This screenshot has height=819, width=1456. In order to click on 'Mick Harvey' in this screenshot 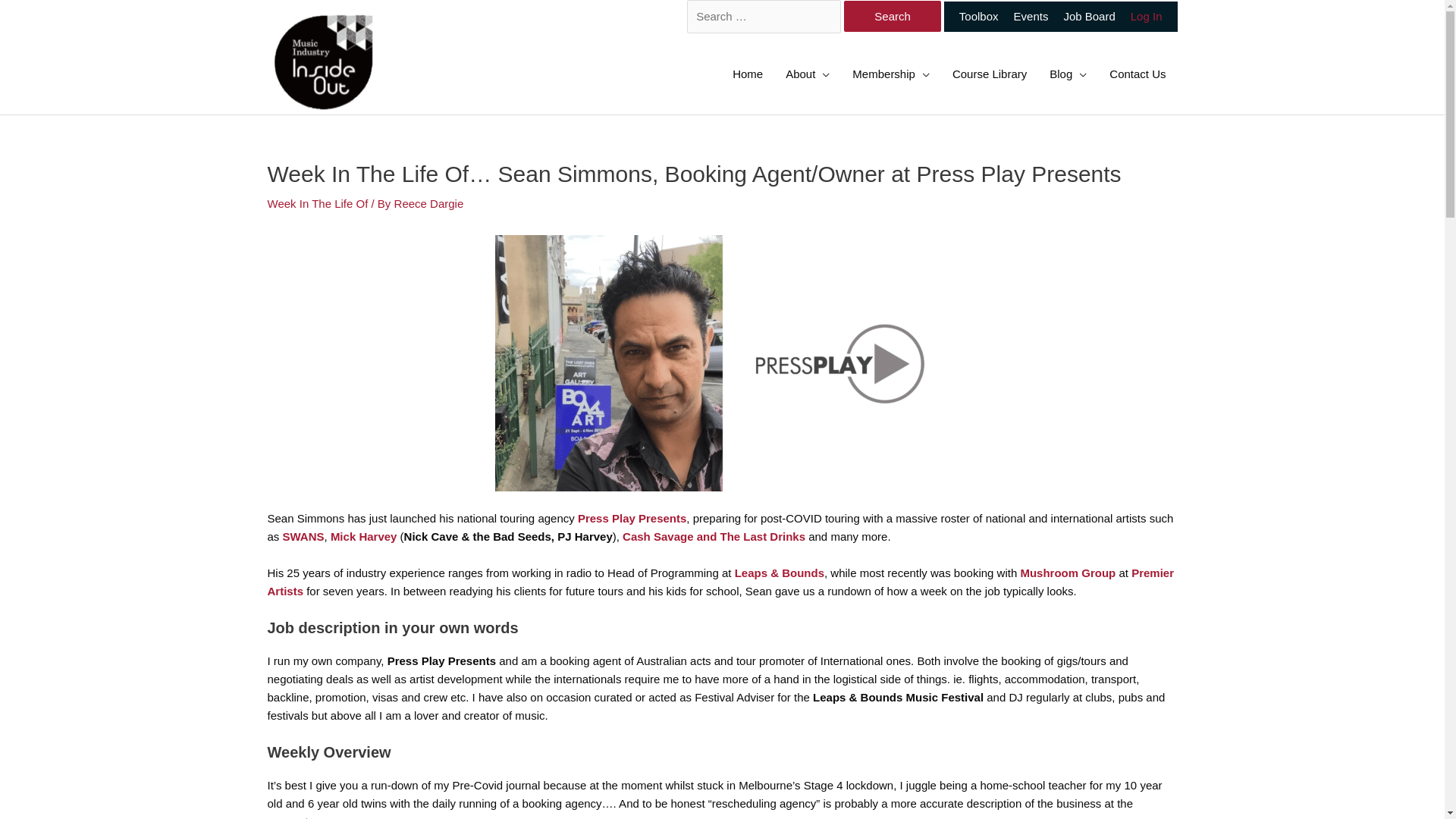, I will do `click(364, 535)`.